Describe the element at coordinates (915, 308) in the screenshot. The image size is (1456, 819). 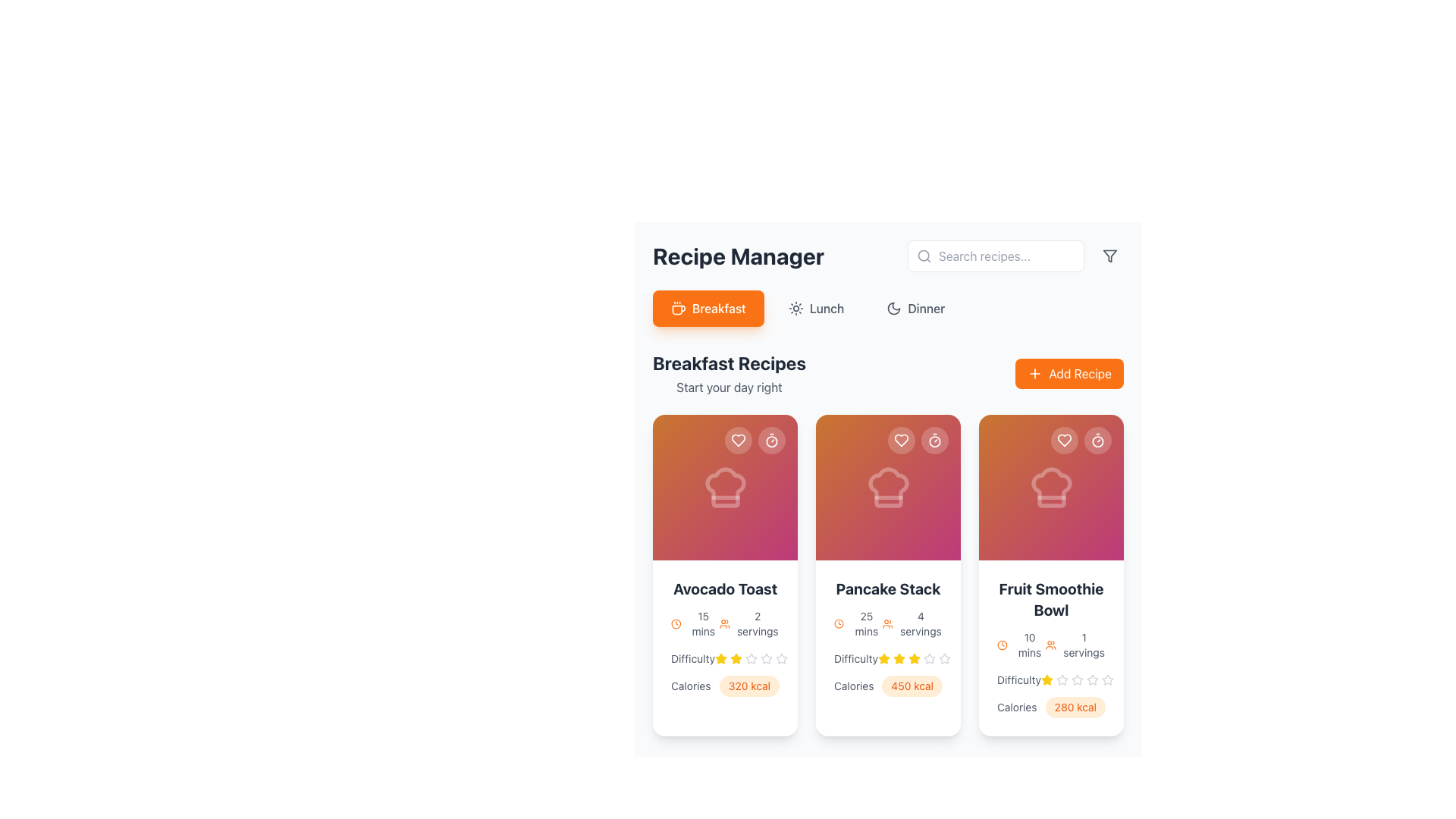
I see `the 'Dinner' button with a moon icon` at that location.